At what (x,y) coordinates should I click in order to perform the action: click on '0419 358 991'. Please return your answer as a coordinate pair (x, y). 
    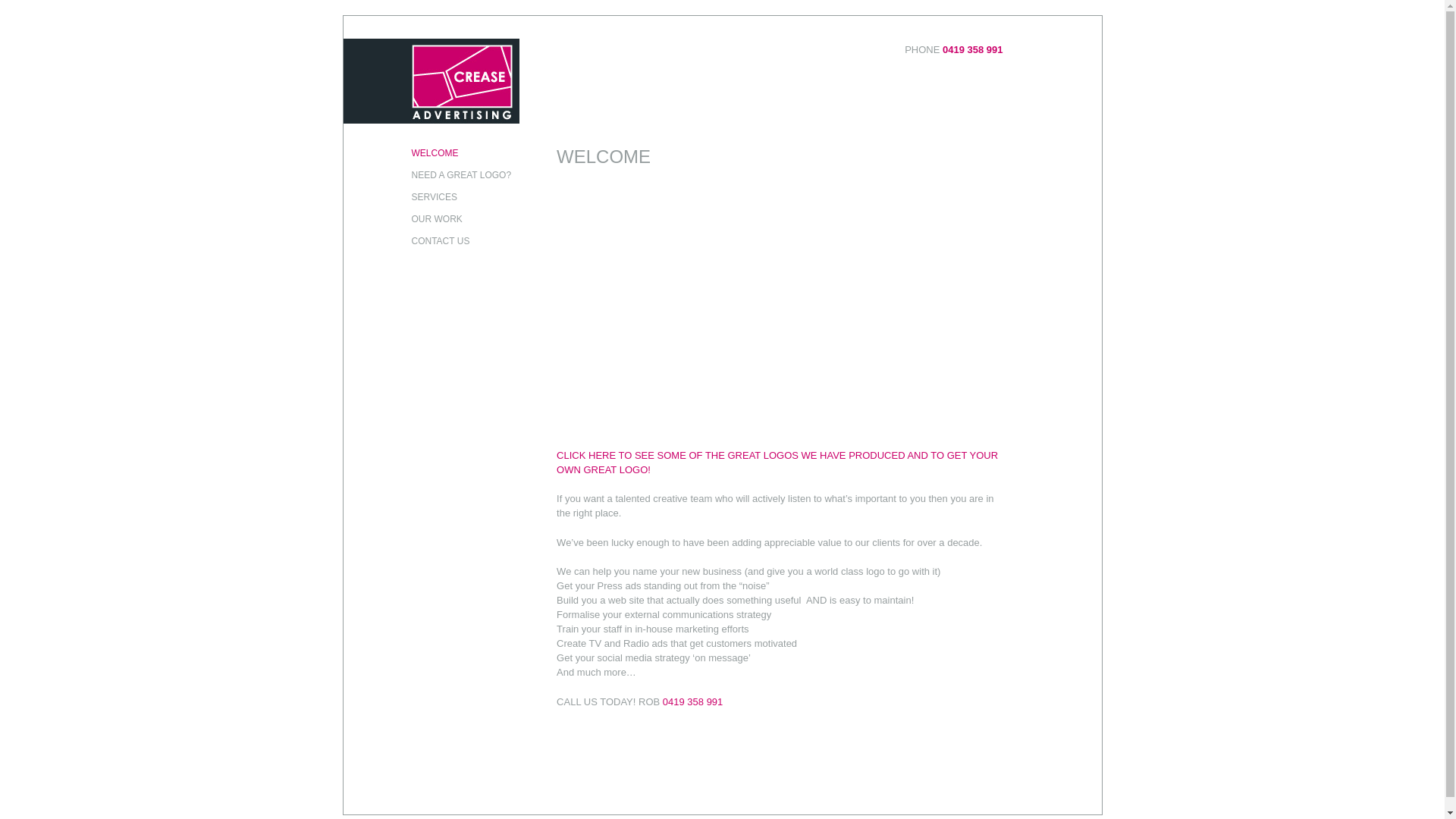
    Looking at the image, I should click on (692, 701).